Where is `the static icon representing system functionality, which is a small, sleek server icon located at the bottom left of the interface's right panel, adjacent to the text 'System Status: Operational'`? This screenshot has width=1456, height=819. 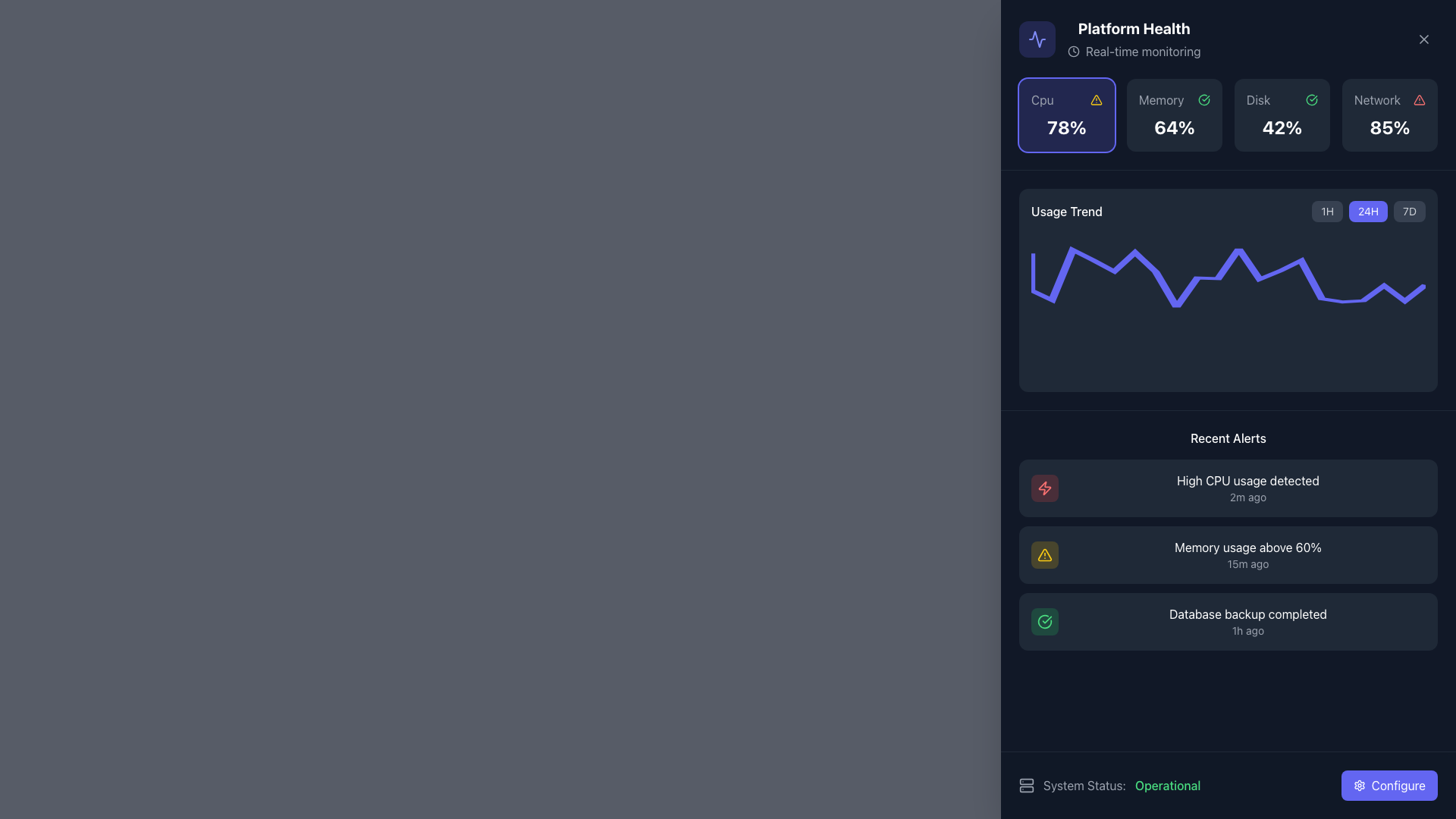 the static icon representing system functionality, which is a small, sleek server icon located at the bottom left of the interface's right panel, adjacent to the text 'System Status: Operational' is located at coordinates (1026, 785).